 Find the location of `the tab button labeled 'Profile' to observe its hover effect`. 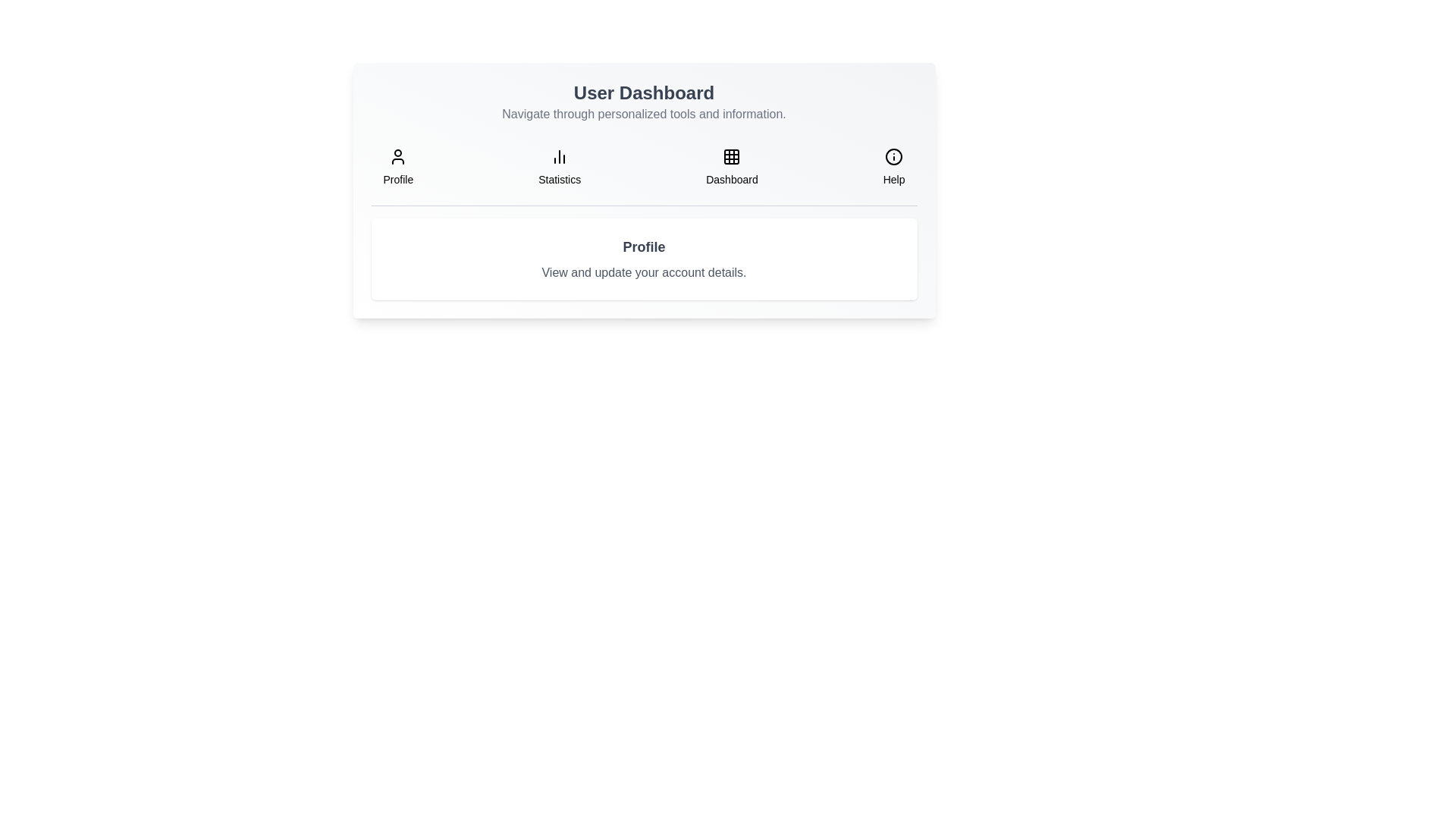

the tab button labeled 'Profile' to observe its hover effect is located at coordinates (398, 167).